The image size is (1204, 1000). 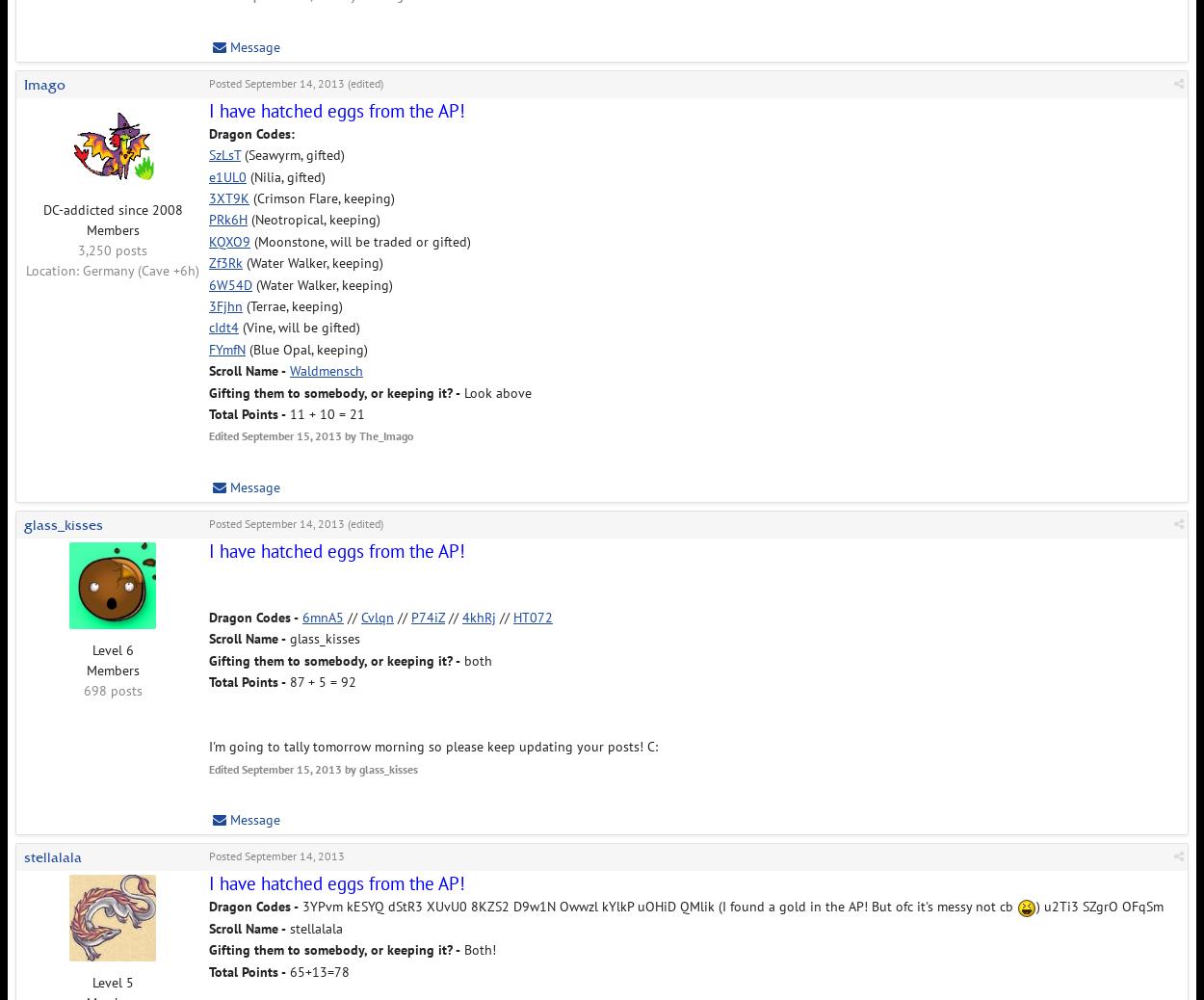 I want to click on 'SzLsT', so click(x=223, y=153).